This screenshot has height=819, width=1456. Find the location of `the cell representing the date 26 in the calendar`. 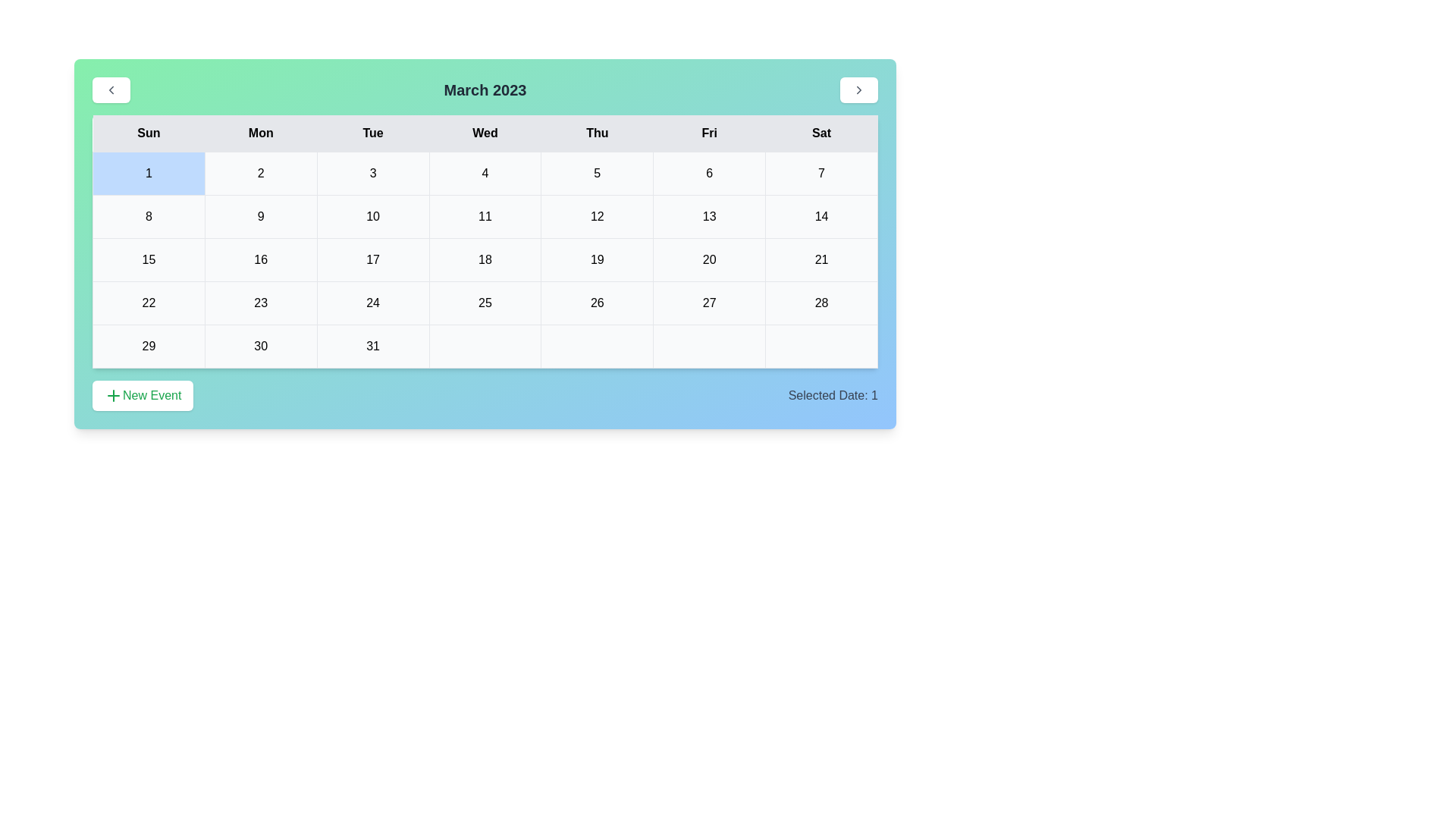

the cell representing the date 26 in the calendar is located at coordinates (596, 303).